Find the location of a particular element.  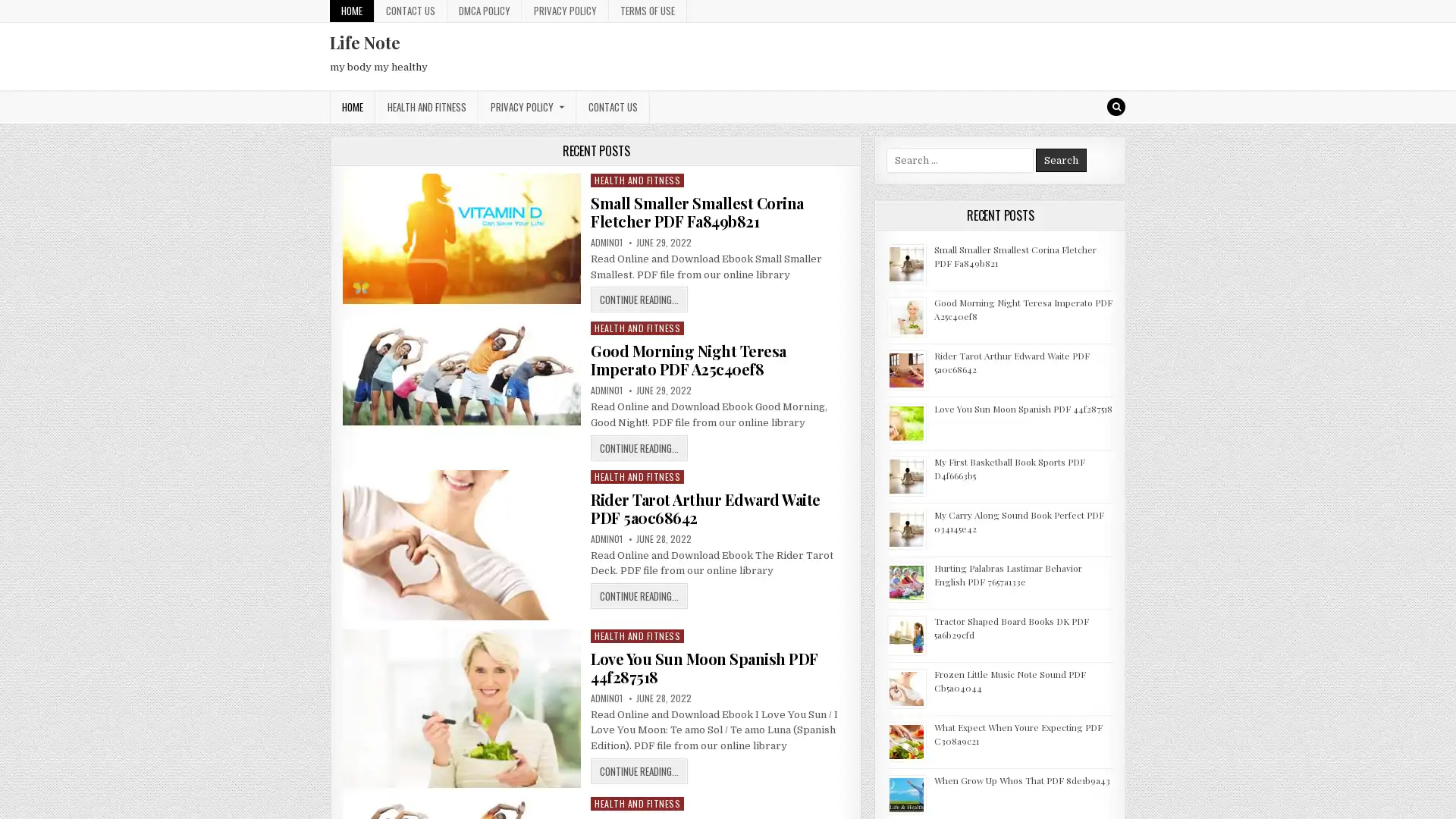

Search is located at coordinates (1060, 160).